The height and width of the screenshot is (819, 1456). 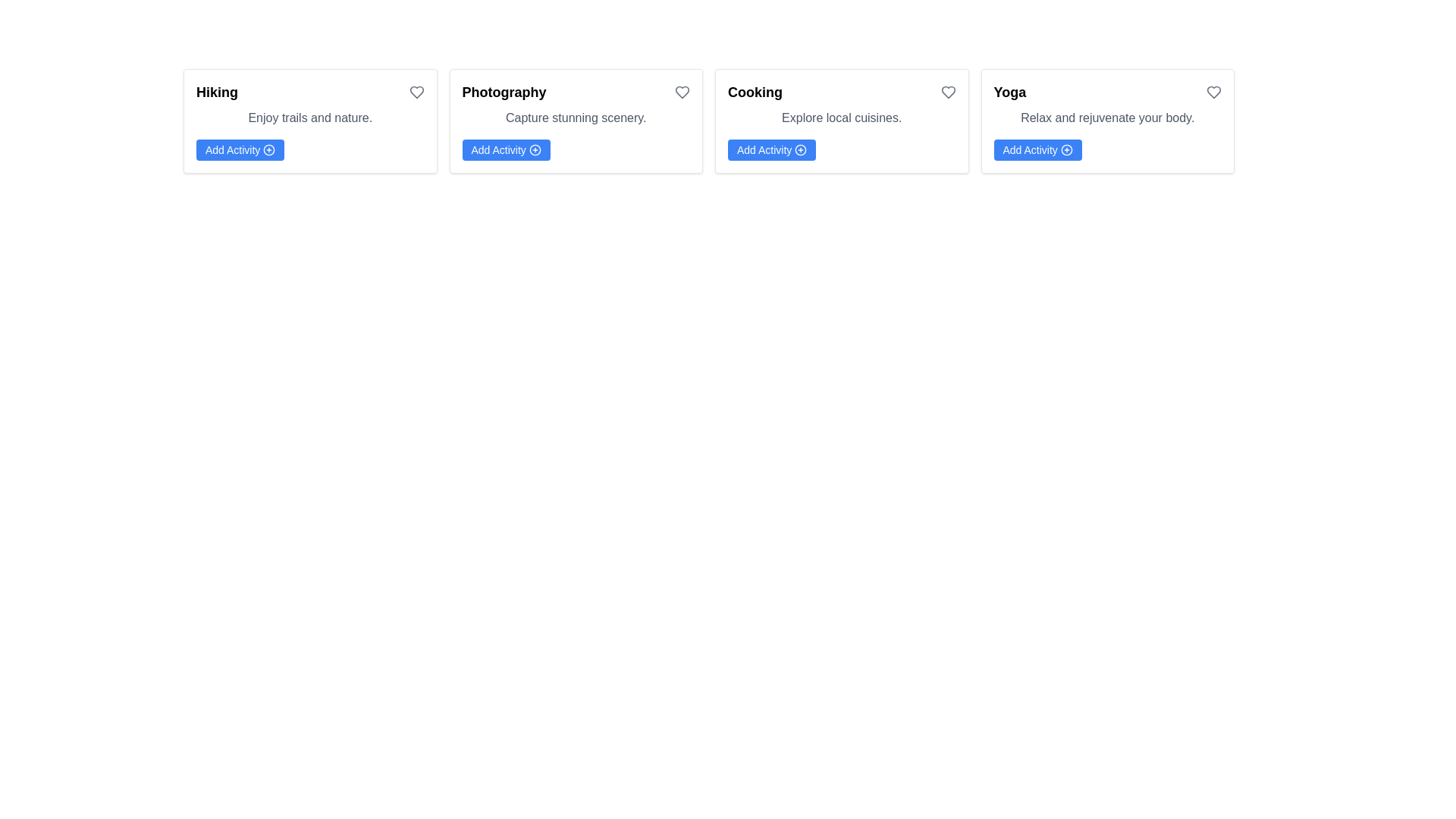 I want to click on the button, so click(x=240, y=149).